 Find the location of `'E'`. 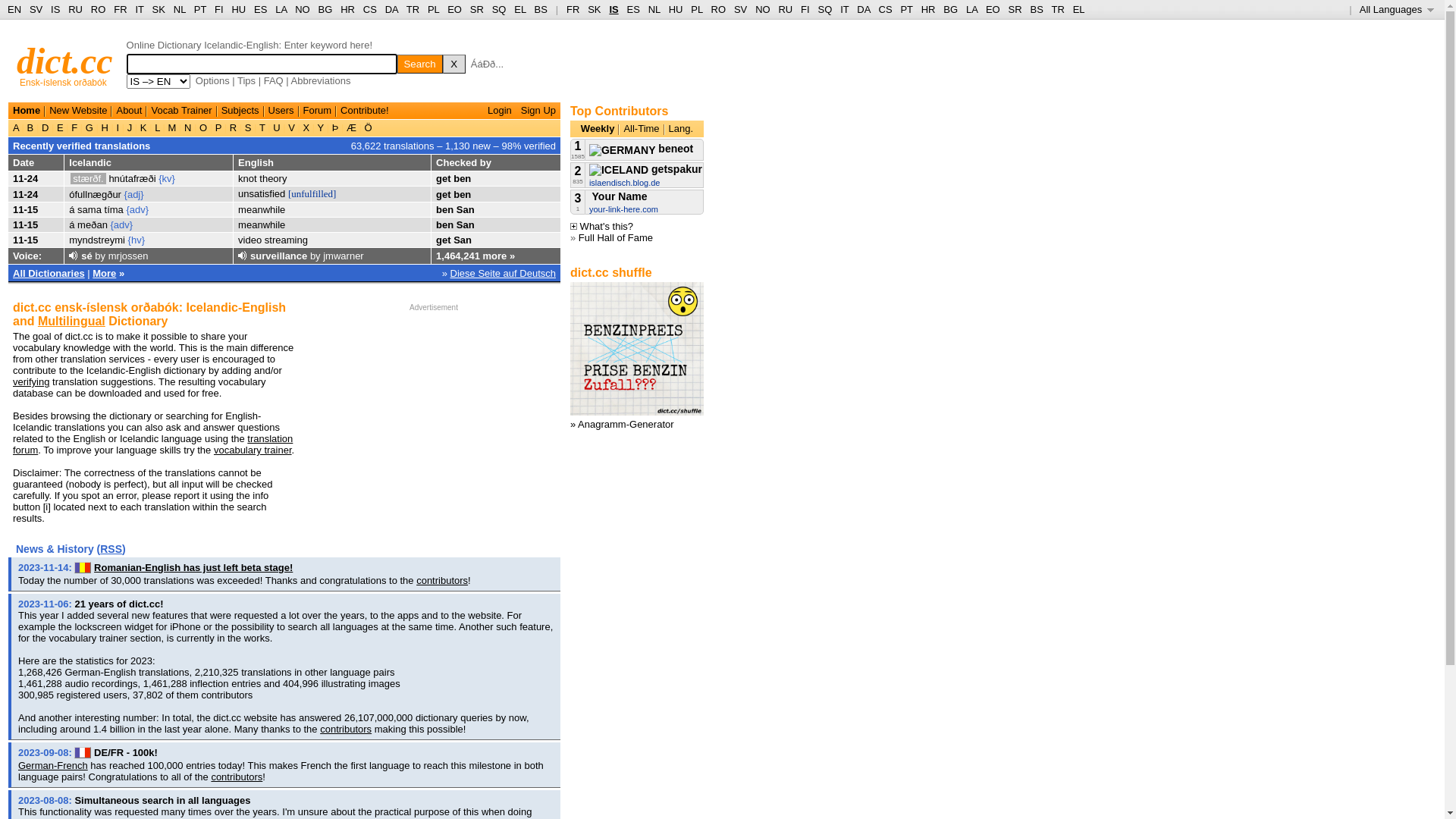

'E' is located at coordinates (54, 127).